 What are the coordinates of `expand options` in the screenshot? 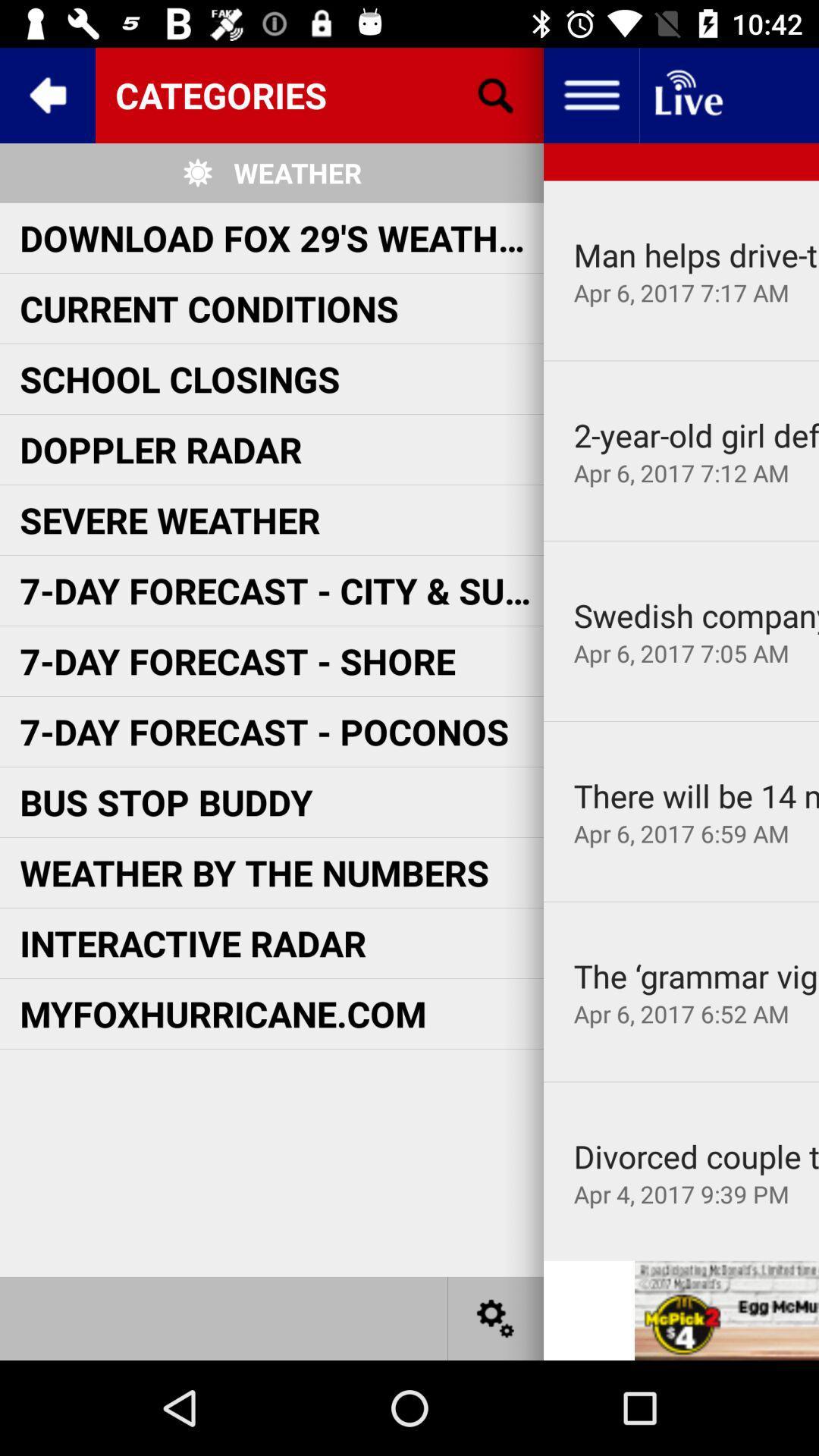 It's located at (590, 94).